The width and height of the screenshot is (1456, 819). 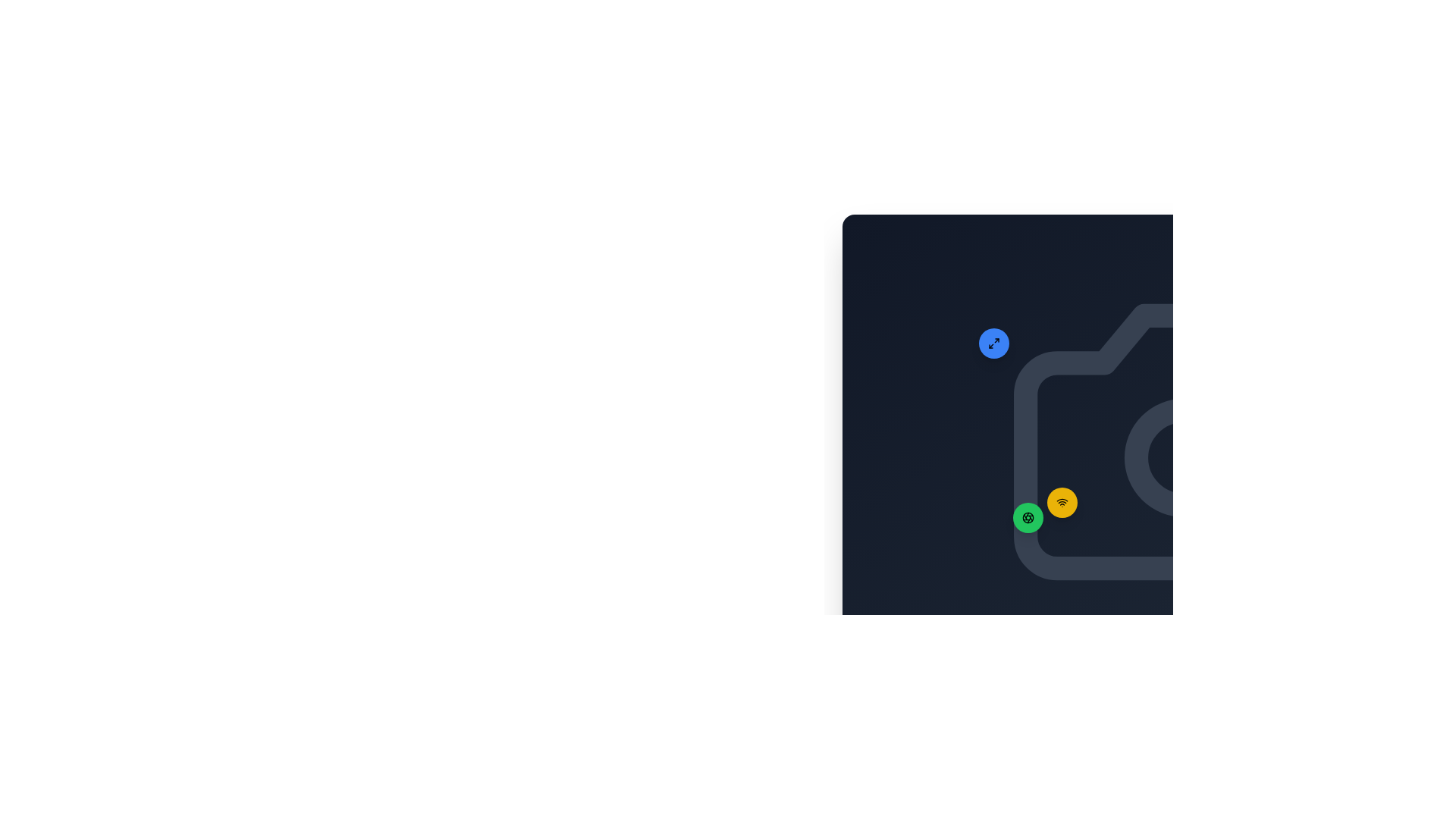 What do you see at coordinates (993, 343) in the screenshot?
I see `the small square-shaped icon with diagonal arrows on a blue background located within a circular button in the top-right corner` at bounding box center [993, 343].